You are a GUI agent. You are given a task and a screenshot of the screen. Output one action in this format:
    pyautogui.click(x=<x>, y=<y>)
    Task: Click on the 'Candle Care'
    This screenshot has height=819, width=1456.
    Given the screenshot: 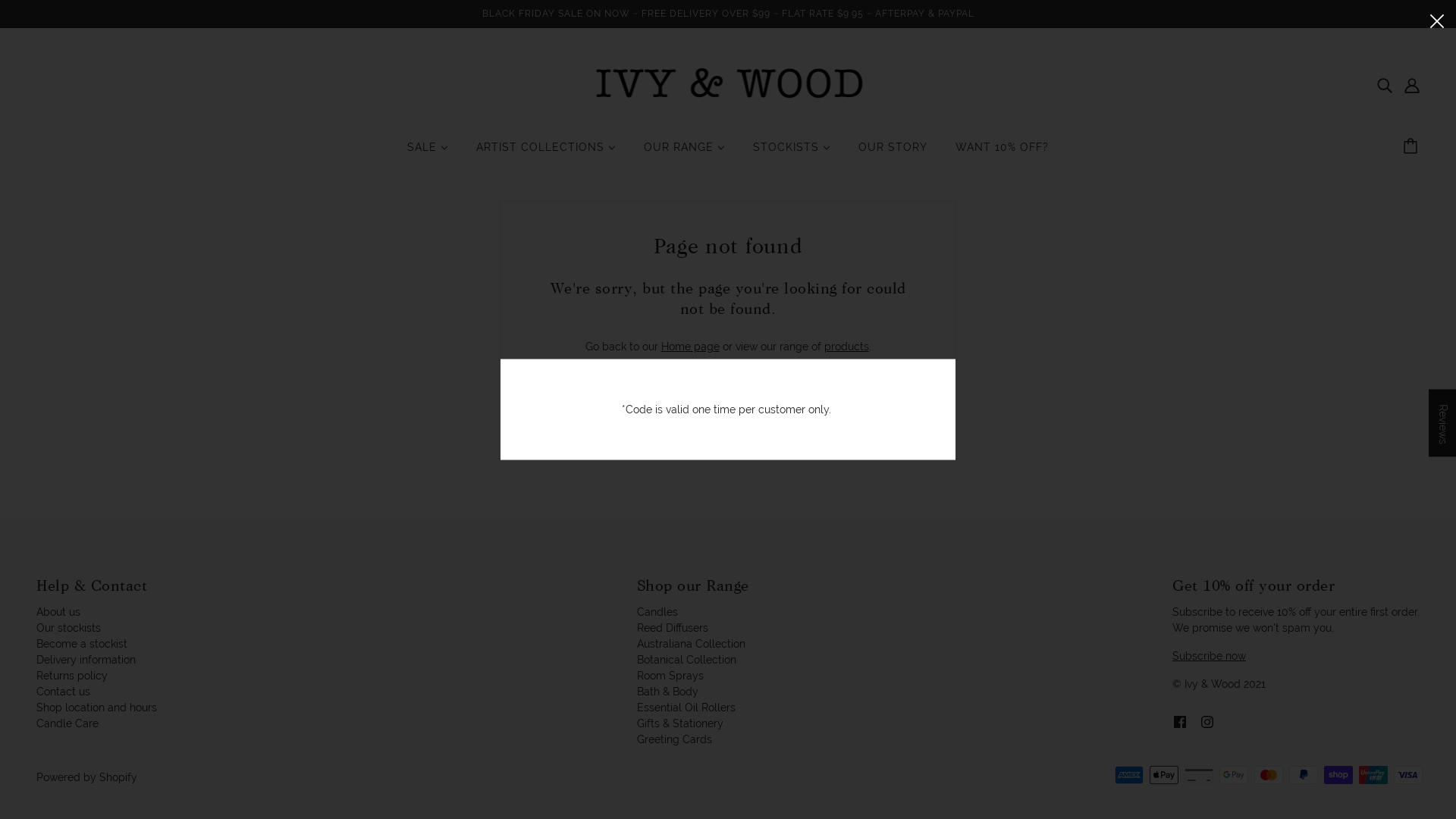 What is the action you would take?
    pyautogui.click(x=67, y=722)
    